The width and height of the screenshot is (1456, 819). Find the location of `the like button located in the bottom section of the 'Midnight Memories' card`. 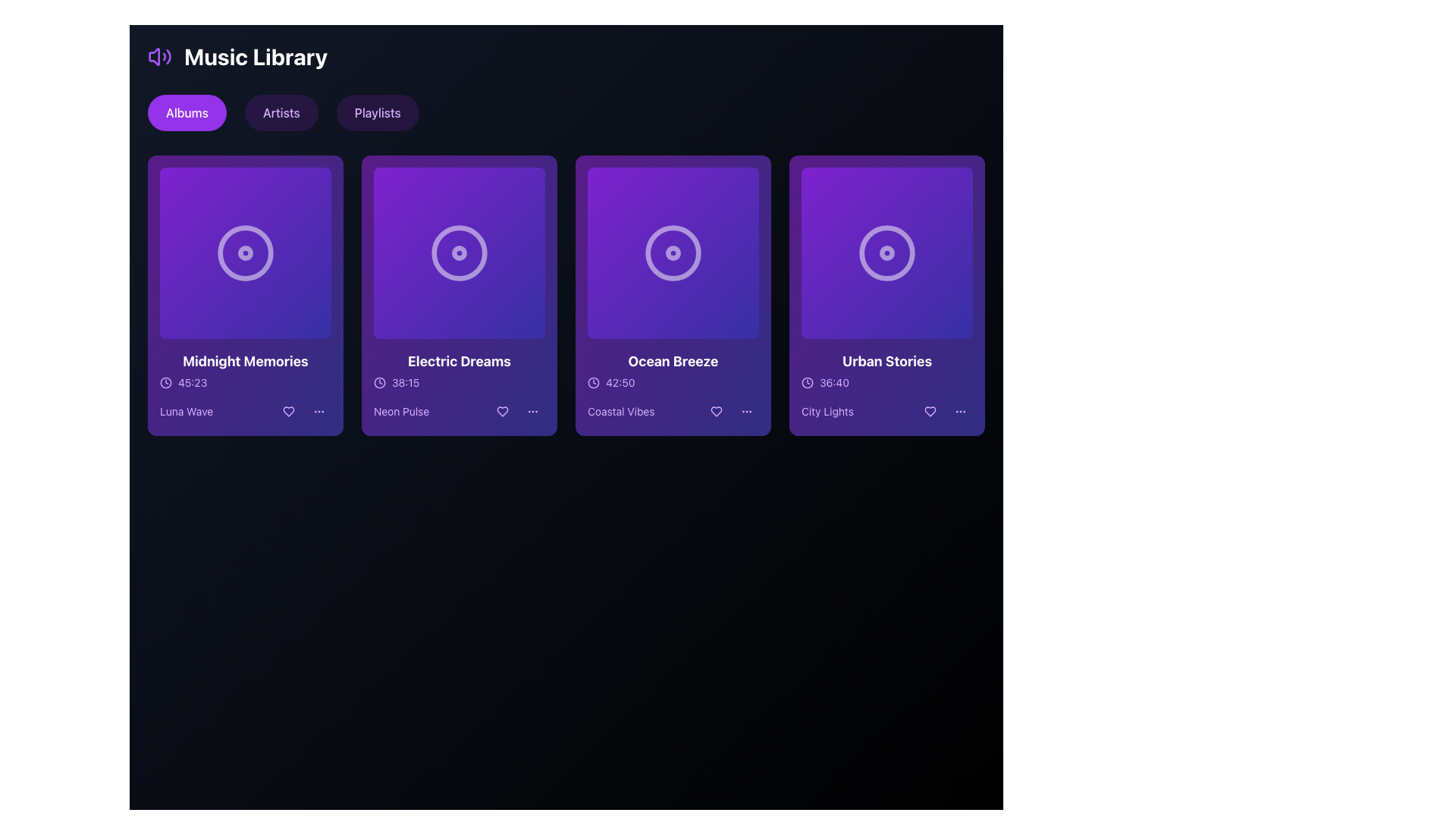

the like button located in the bottom section of the 'Midnight Memories' card is located at coordinates (288, 412).